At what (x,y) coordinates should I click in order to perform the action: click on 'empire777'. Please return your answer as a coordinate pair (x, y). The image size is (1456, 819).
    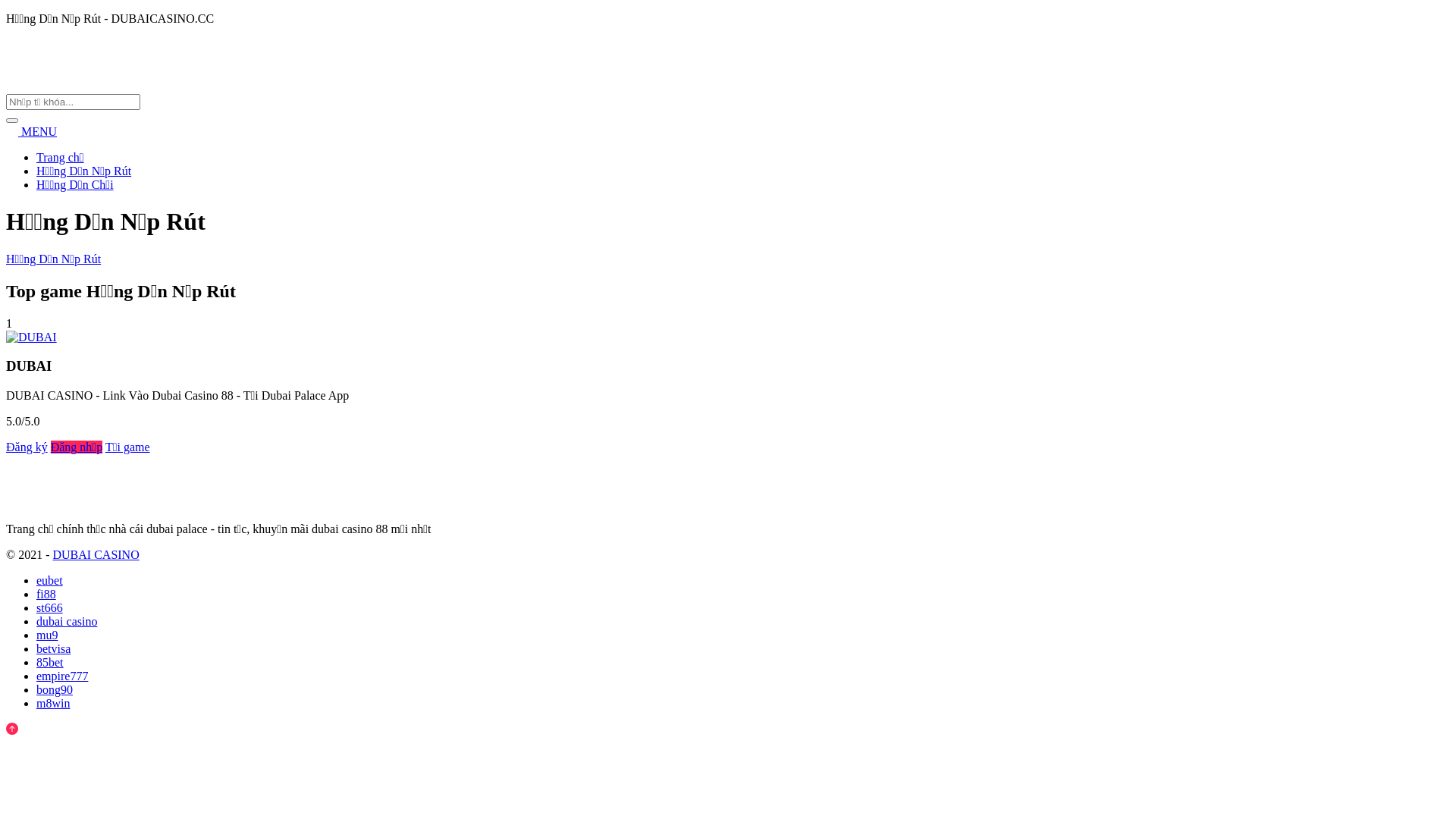
    Looking at the image, I should click on (36, 675).